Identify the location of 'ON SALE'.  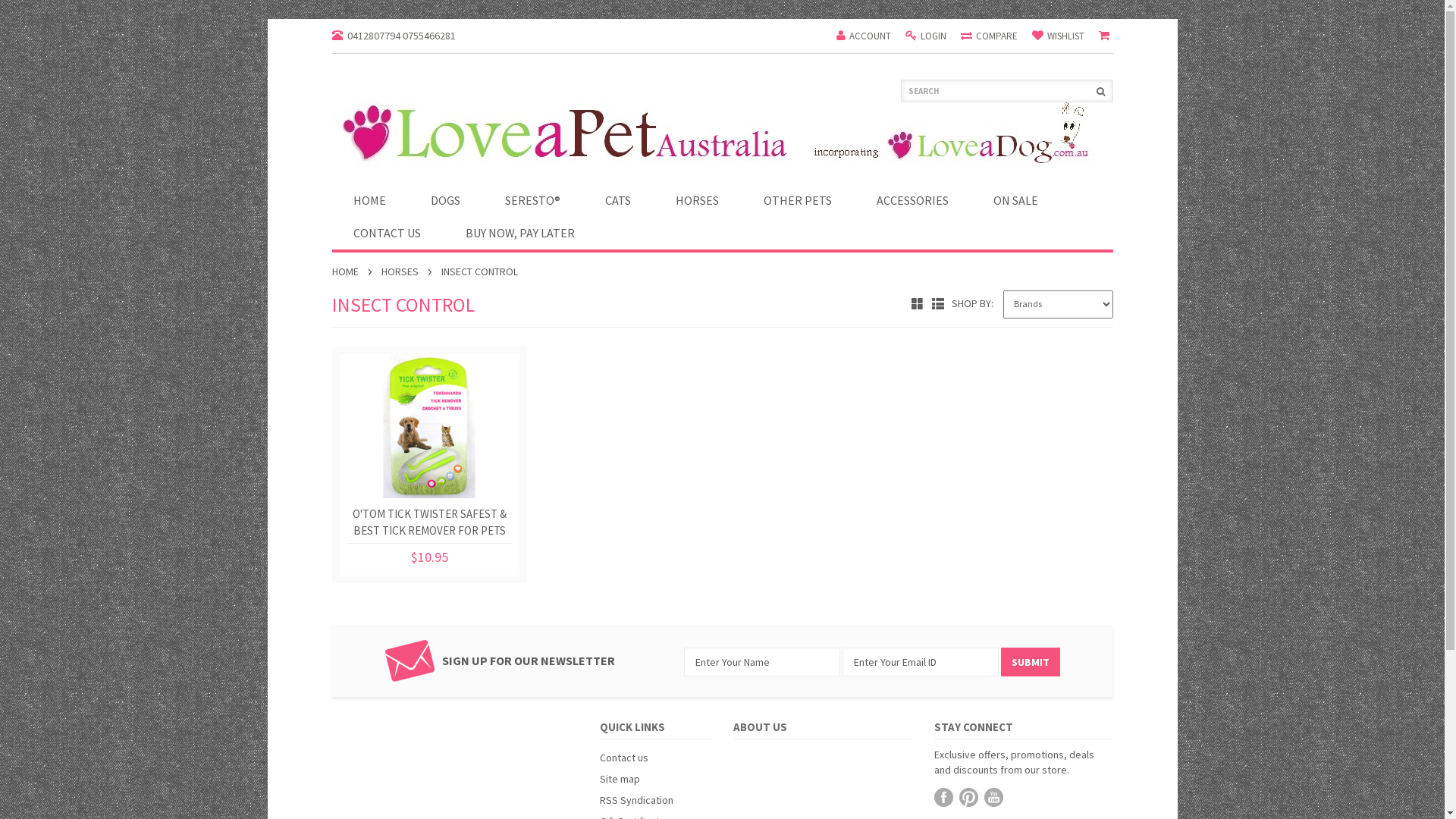
(1015, 199).